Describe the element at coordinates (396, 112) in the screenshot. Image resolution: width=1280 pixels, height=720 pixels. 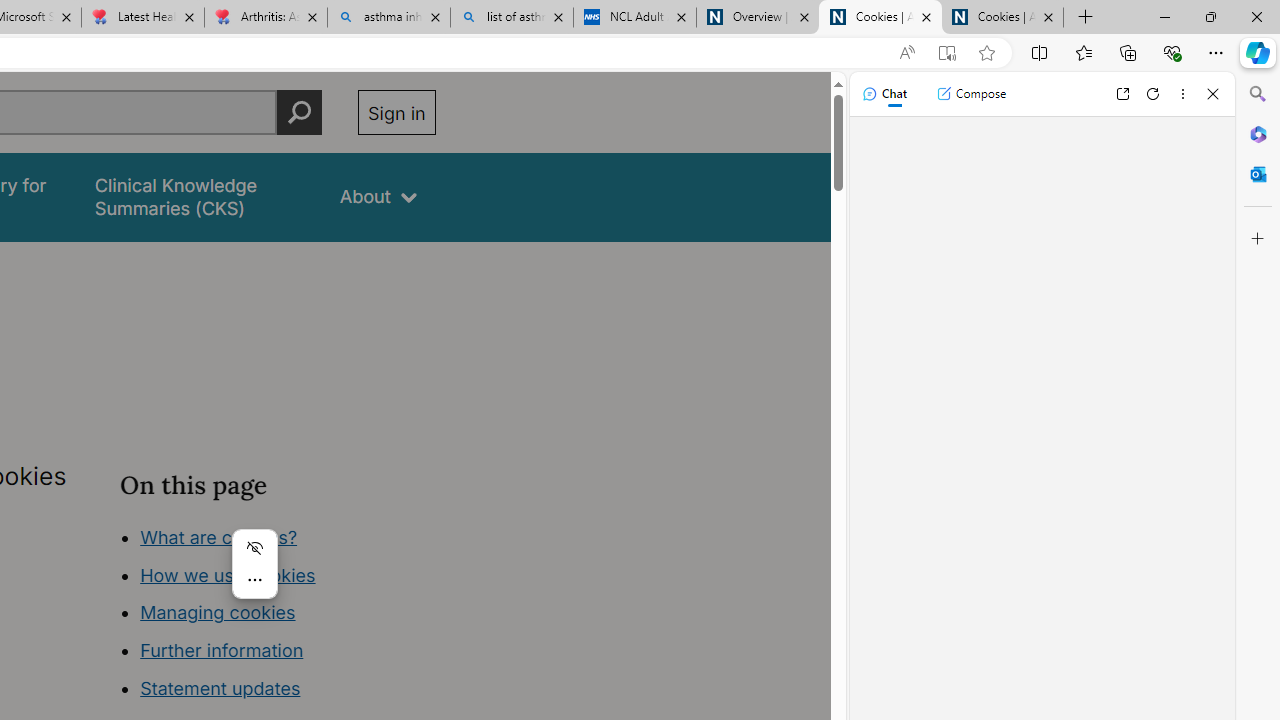
I see `'Sign in'` at that location.